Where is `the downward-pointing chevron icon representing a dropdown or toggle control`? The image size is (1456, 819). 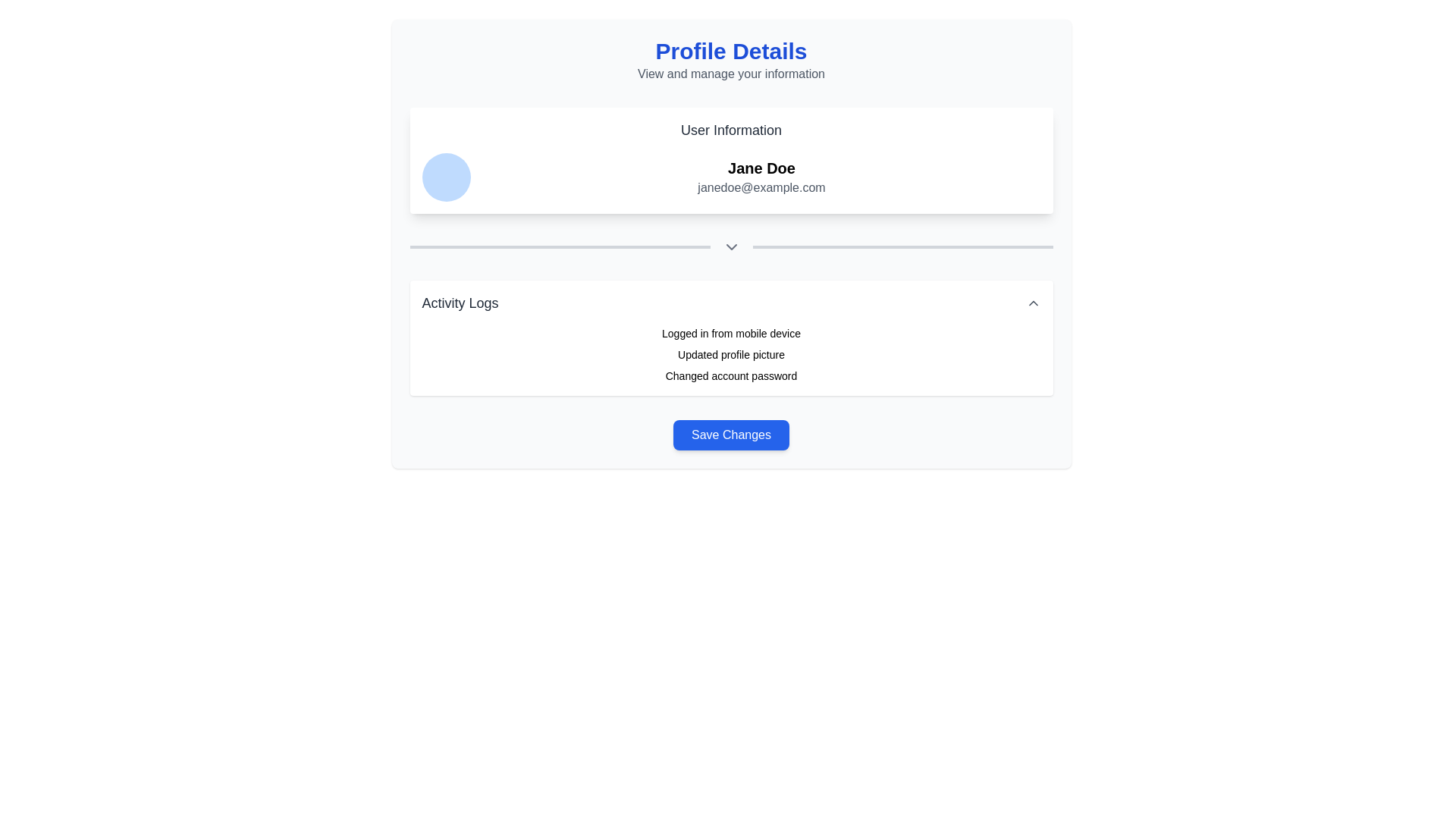
the downward-pointing chevron icon representing a dropdown or toggle control is located at coordinates (731, 246).